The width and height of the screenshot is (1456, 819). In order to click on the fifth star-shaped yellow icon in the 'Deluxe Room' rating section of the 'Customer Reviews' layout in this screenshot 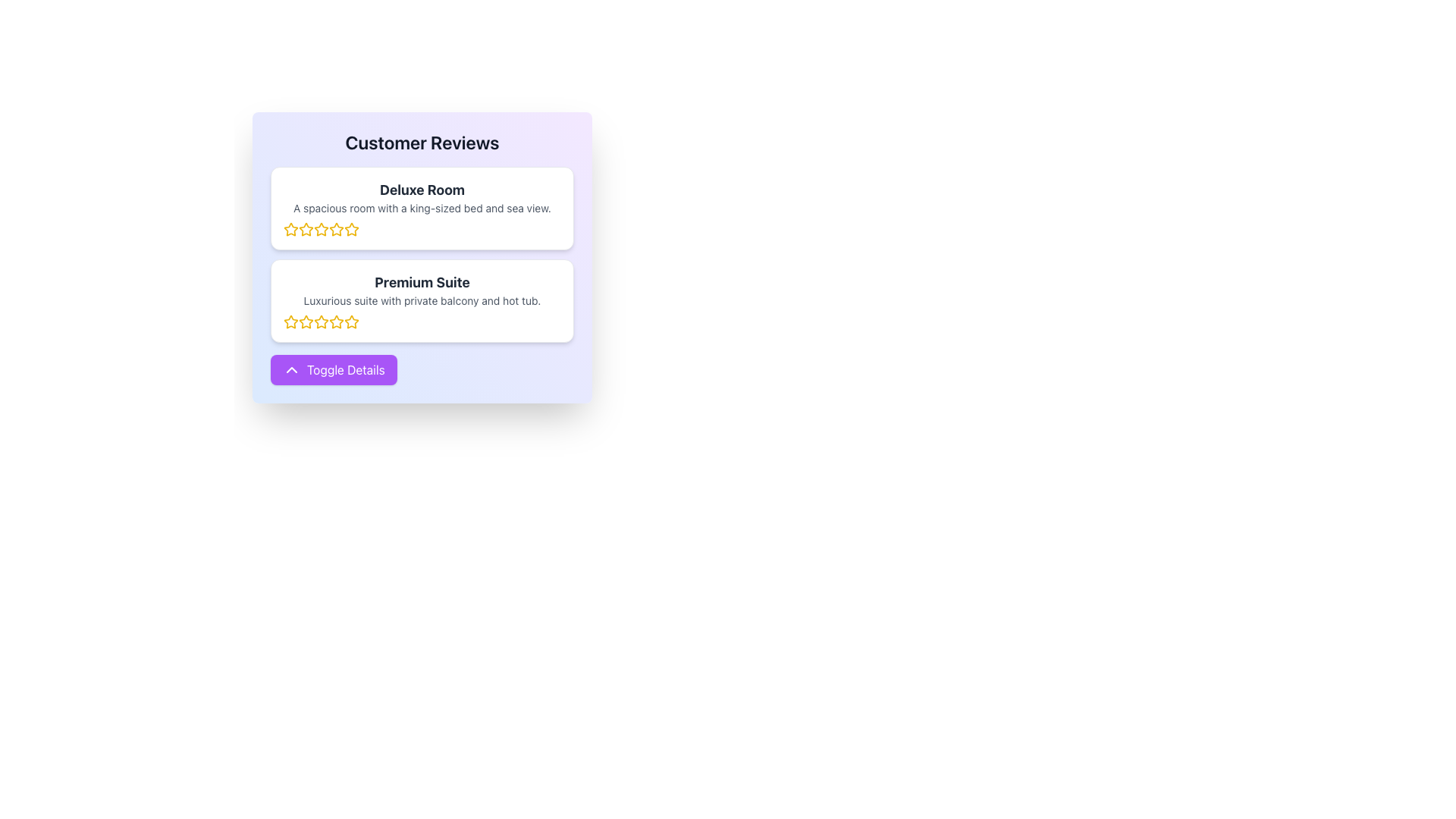, I will do `click(351, 230)`.